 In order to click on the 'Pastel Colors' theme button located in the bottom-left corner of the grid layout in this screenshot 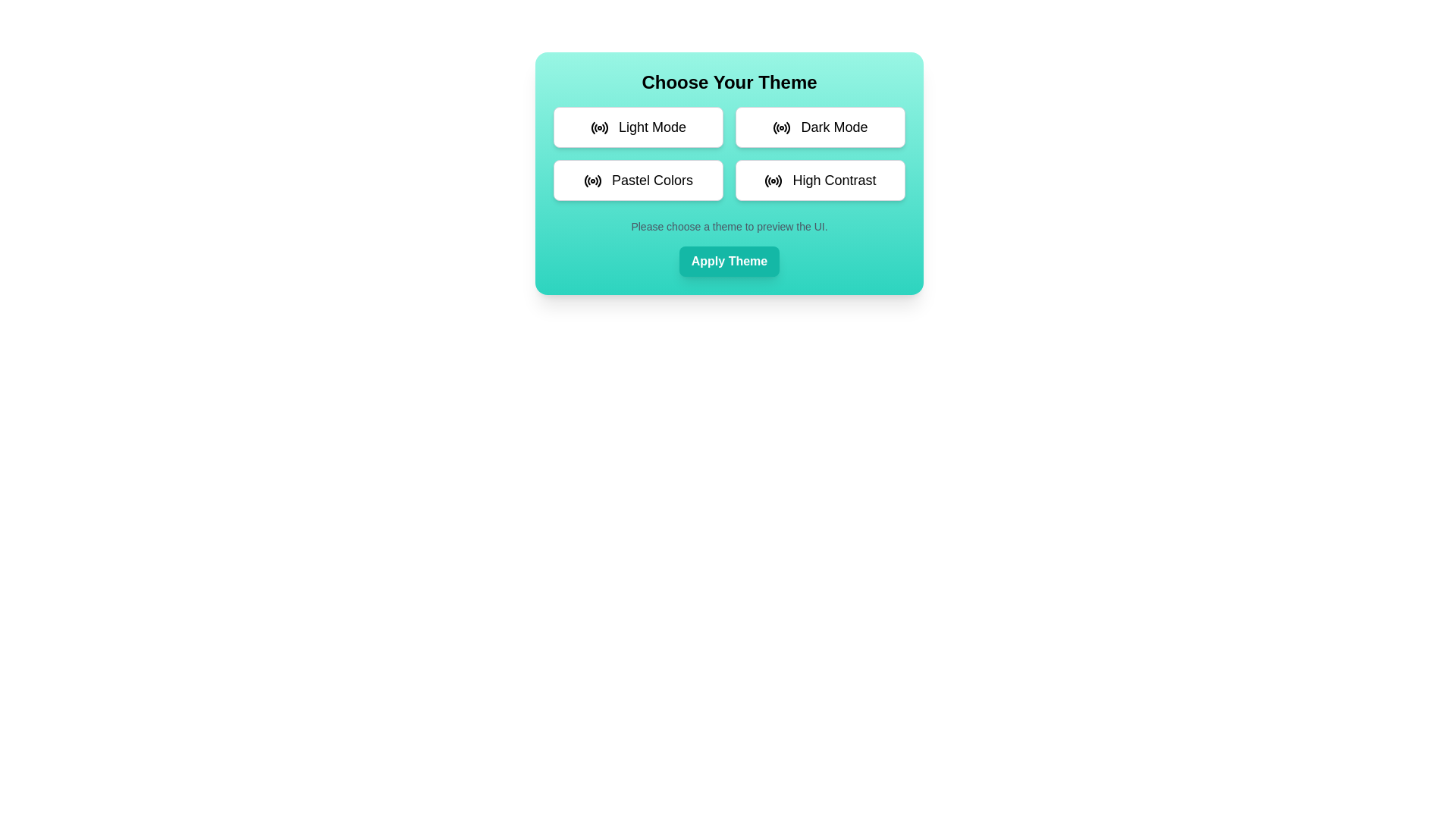, I will do `click(638, 180)`.